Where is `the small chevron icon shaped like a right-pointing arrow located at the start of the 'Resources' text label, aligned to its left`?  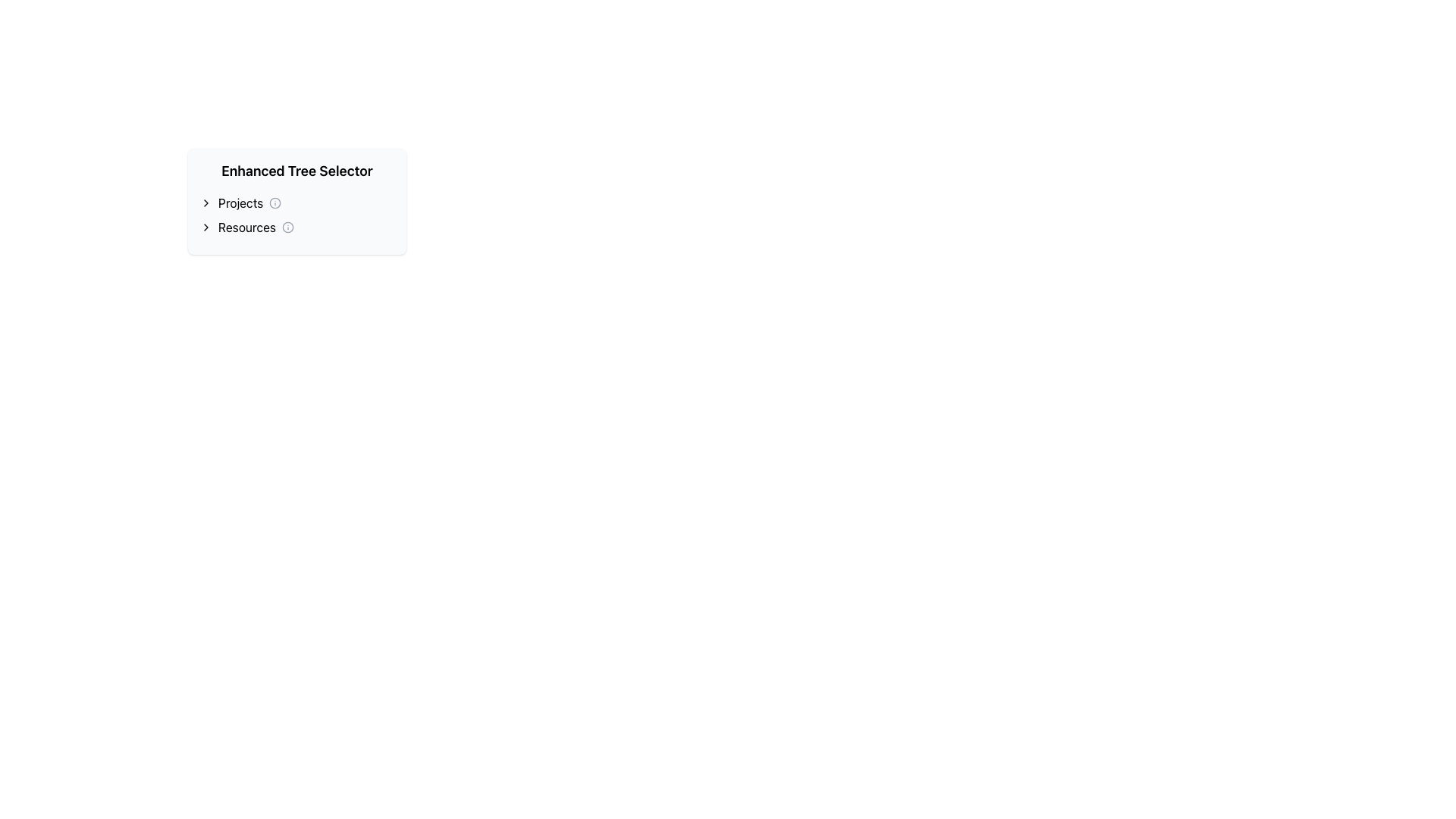
the small chevron icon shaped like a right-pointing arrow located at the start of the 'Resources' text label, aligned to its left is located at coordinates (206, 227).